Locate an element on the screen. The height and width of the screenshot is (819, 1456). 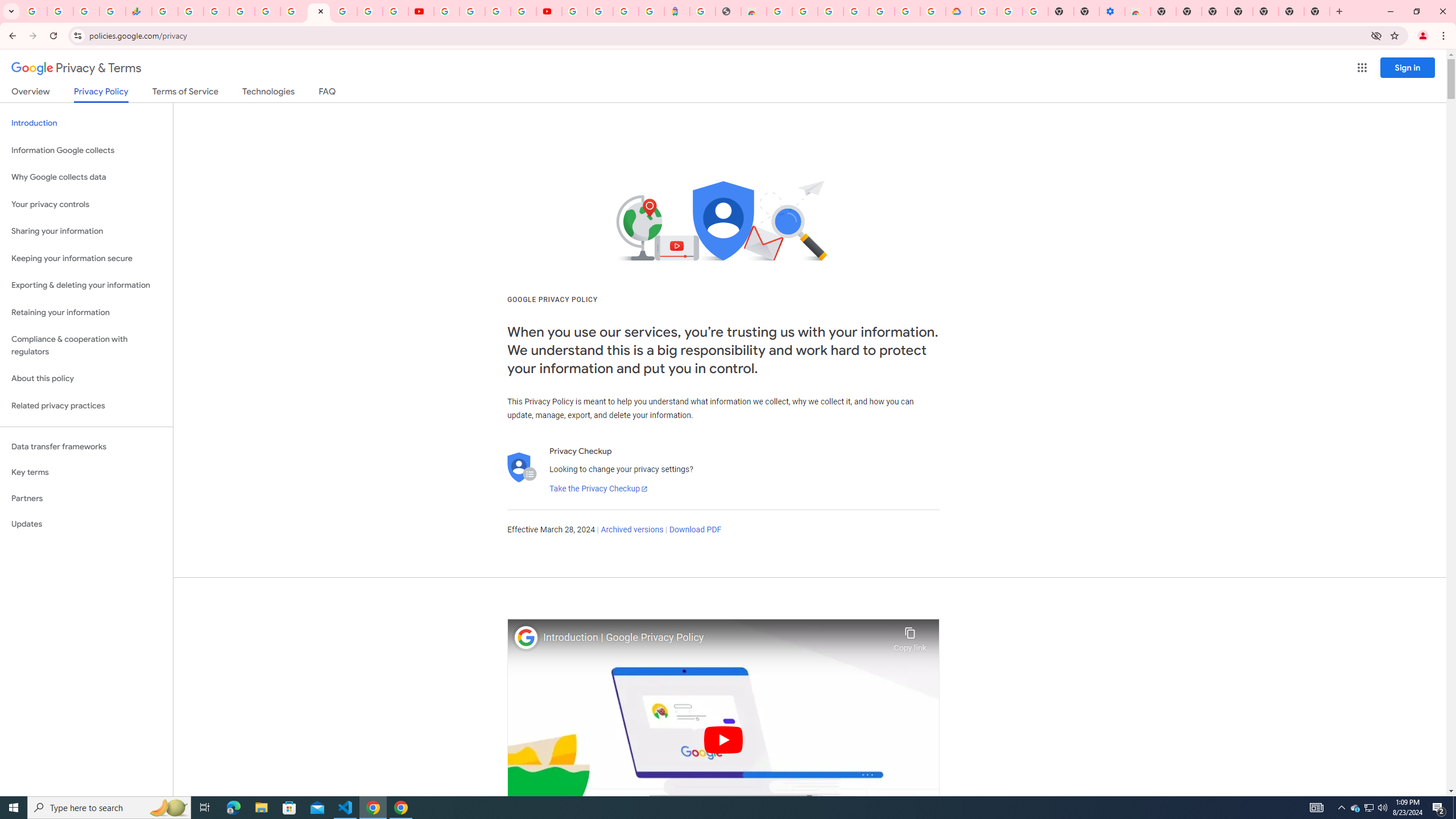
'New Tab' is located at coordinates (1317, 11).